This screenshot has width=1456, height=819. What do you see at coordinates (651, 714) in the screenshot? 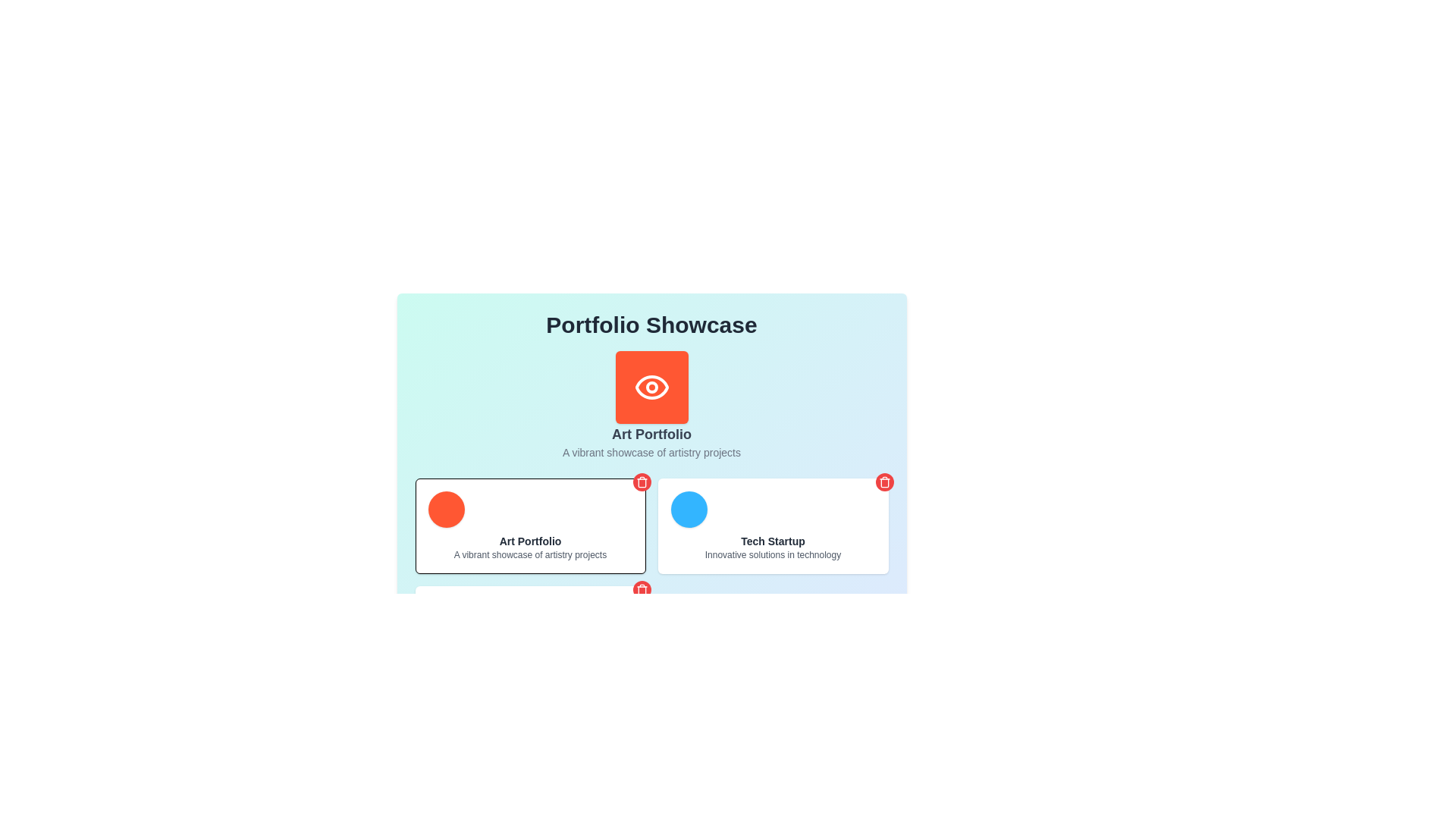
I see `the project creation button located at the center of the bottom section of the interface` at bounding box center [651, 714].